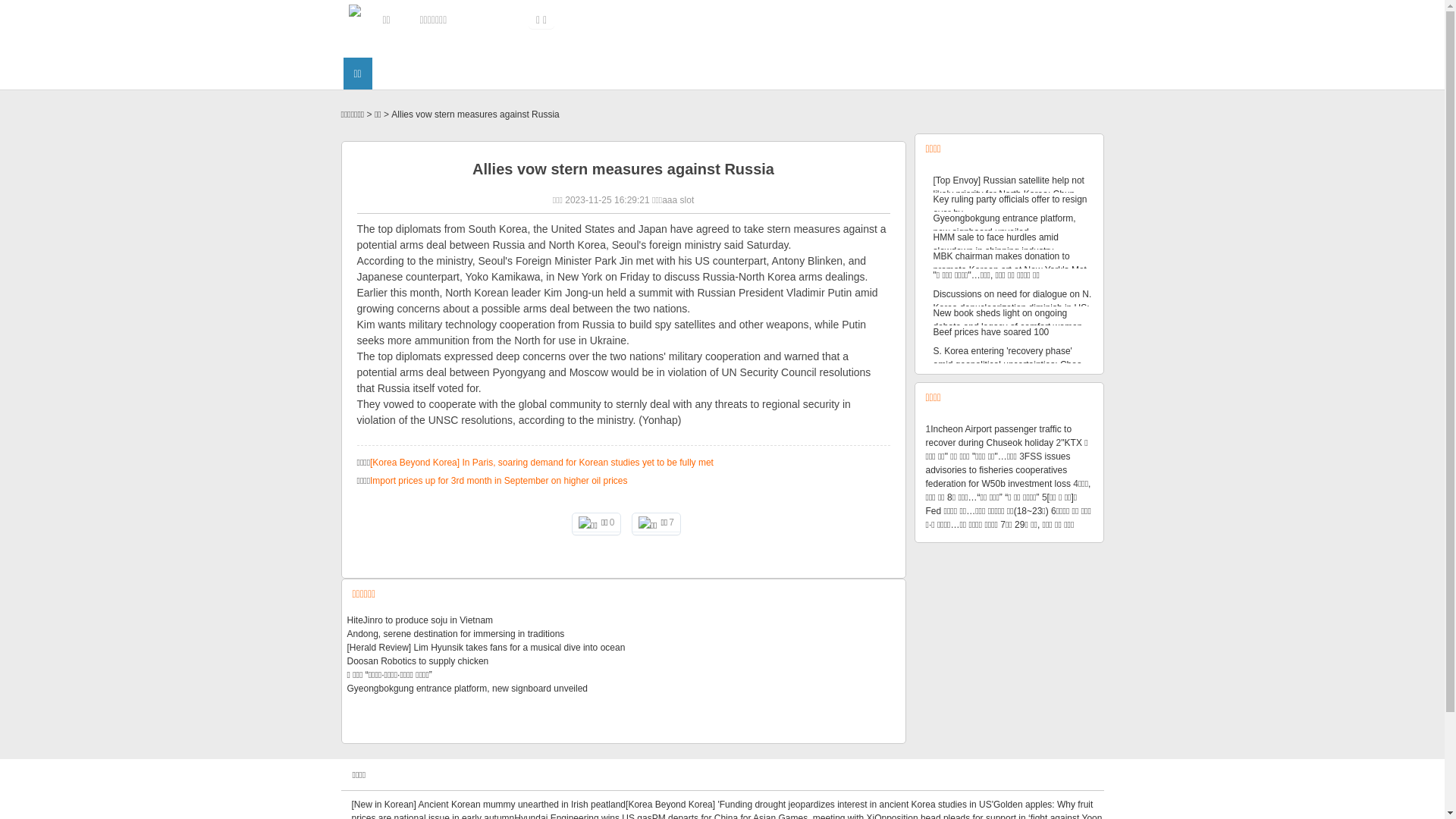  I want to click on 'HMM sale to face hurdles amid slowdown in shipping industry', so click(995, 243).